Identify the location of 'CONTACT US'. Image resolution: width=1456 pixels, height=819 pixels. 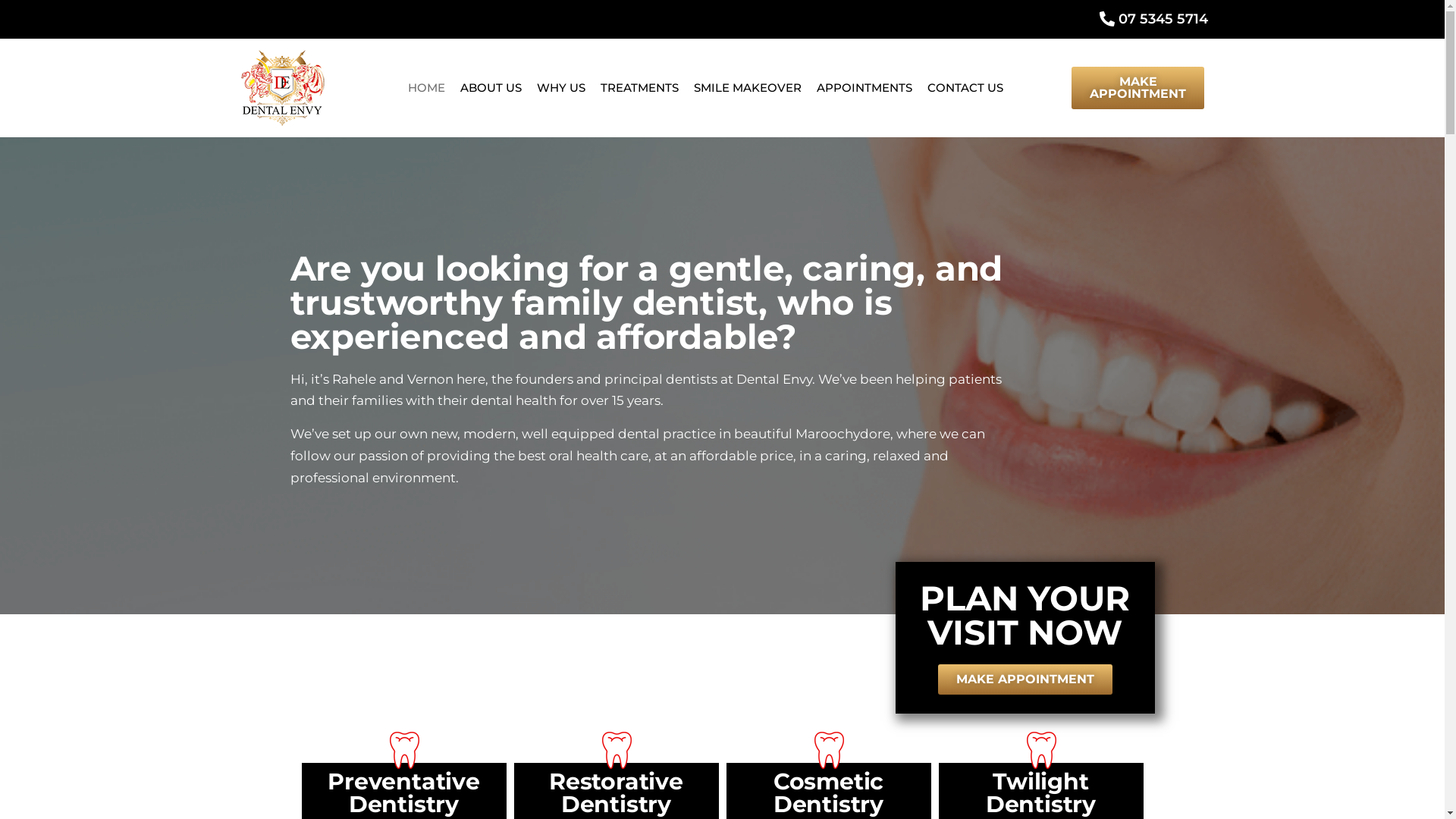
(964, 87).